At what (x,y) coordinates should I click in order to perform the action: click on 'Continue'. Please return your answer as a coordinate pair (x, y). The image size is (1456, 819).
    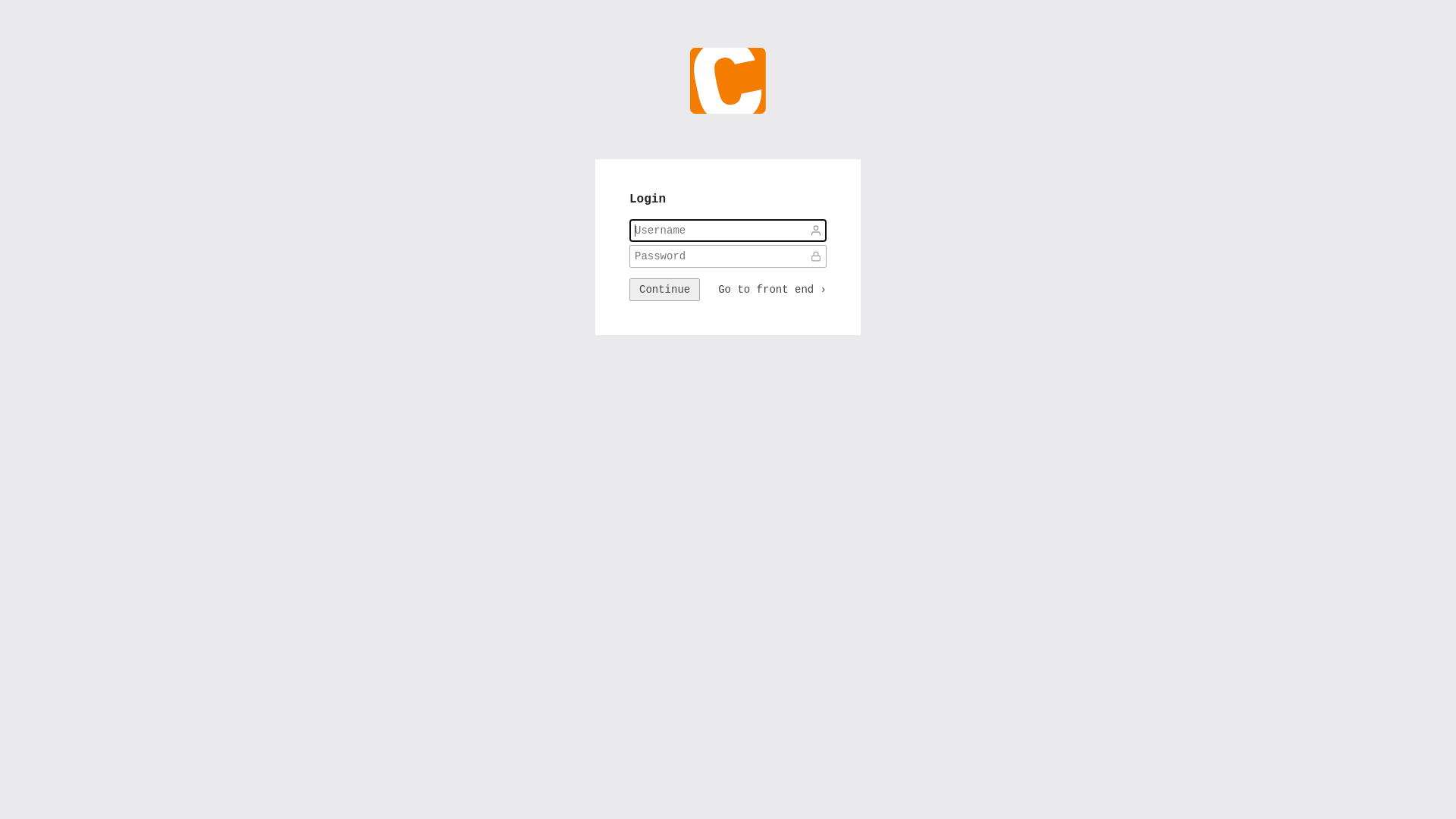
    Looking at the image, I should click on (629, 289).